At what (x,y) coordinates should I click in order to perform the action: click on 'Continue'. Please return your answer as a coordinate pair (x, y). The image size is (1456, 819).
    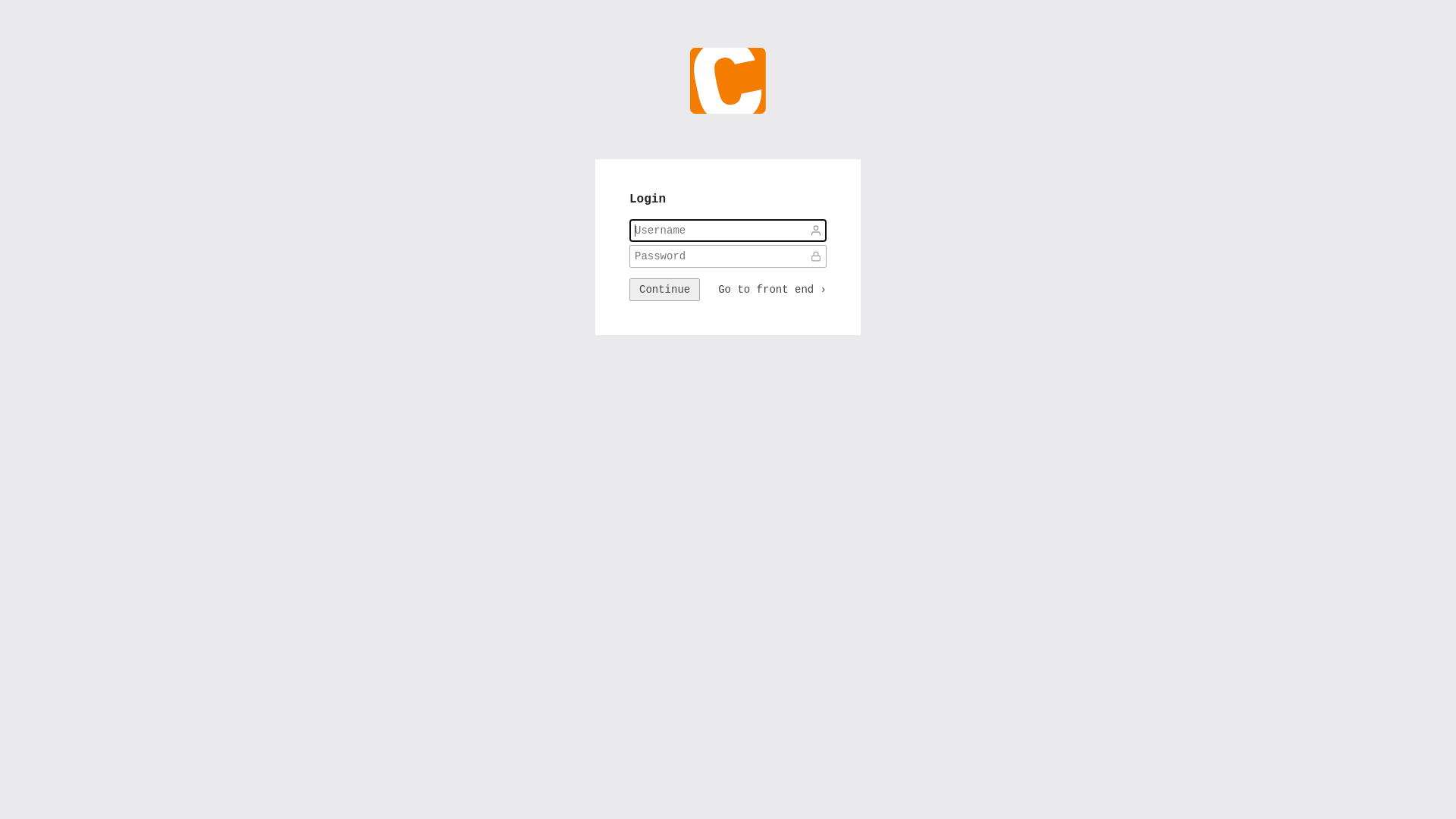
    Looking at the image, I should click on (629, 289).